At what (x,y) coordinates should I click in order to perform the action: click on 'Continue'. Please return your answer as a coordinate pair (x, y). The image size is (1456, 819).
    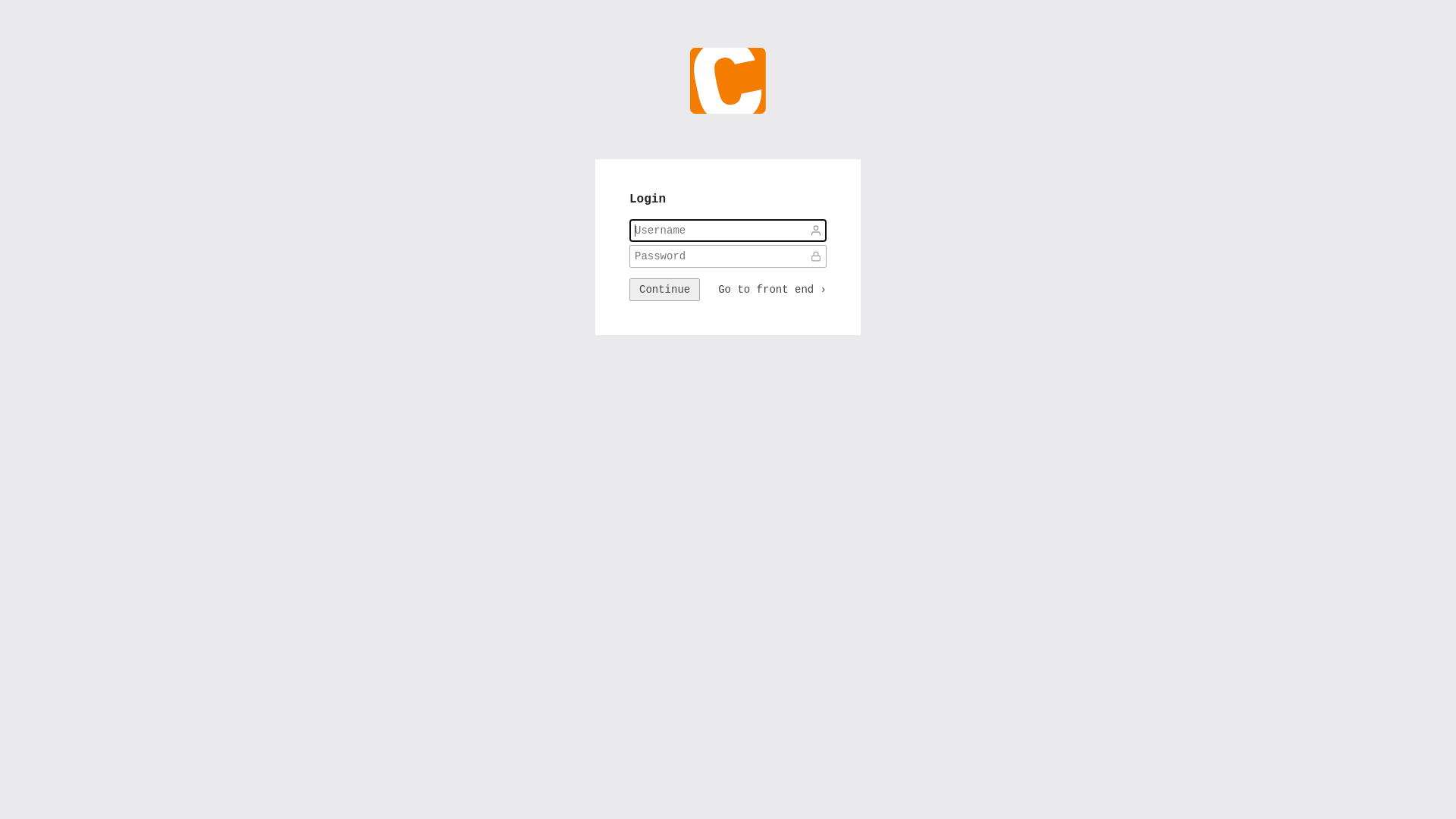
    Looking at the image, I should click on (629, 289).